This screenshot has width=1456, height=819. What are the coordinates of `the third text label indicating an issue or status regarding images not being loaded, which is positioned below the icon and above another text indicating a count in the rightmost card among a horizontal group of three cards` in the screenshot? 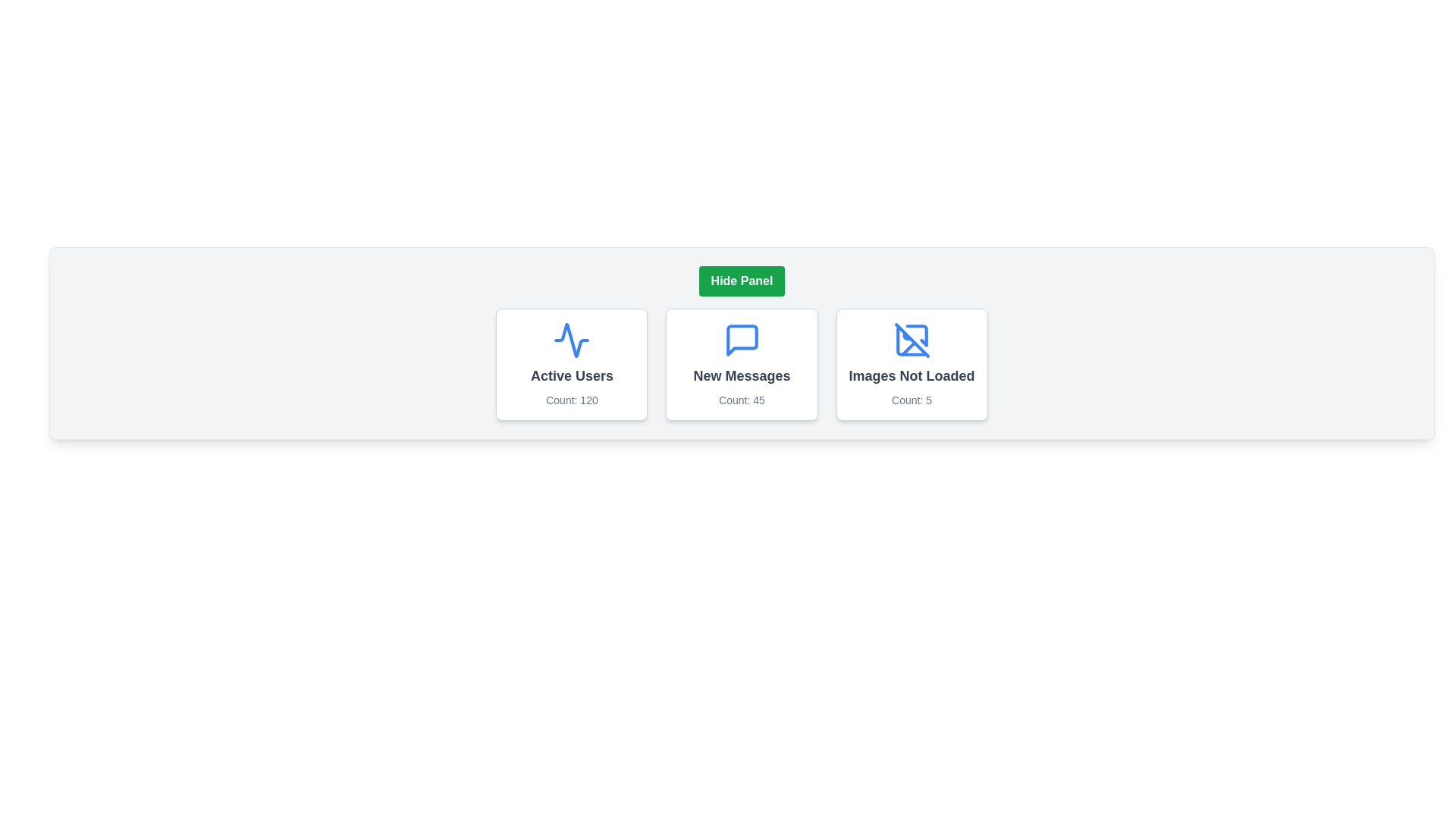 It's located at (911, 375).